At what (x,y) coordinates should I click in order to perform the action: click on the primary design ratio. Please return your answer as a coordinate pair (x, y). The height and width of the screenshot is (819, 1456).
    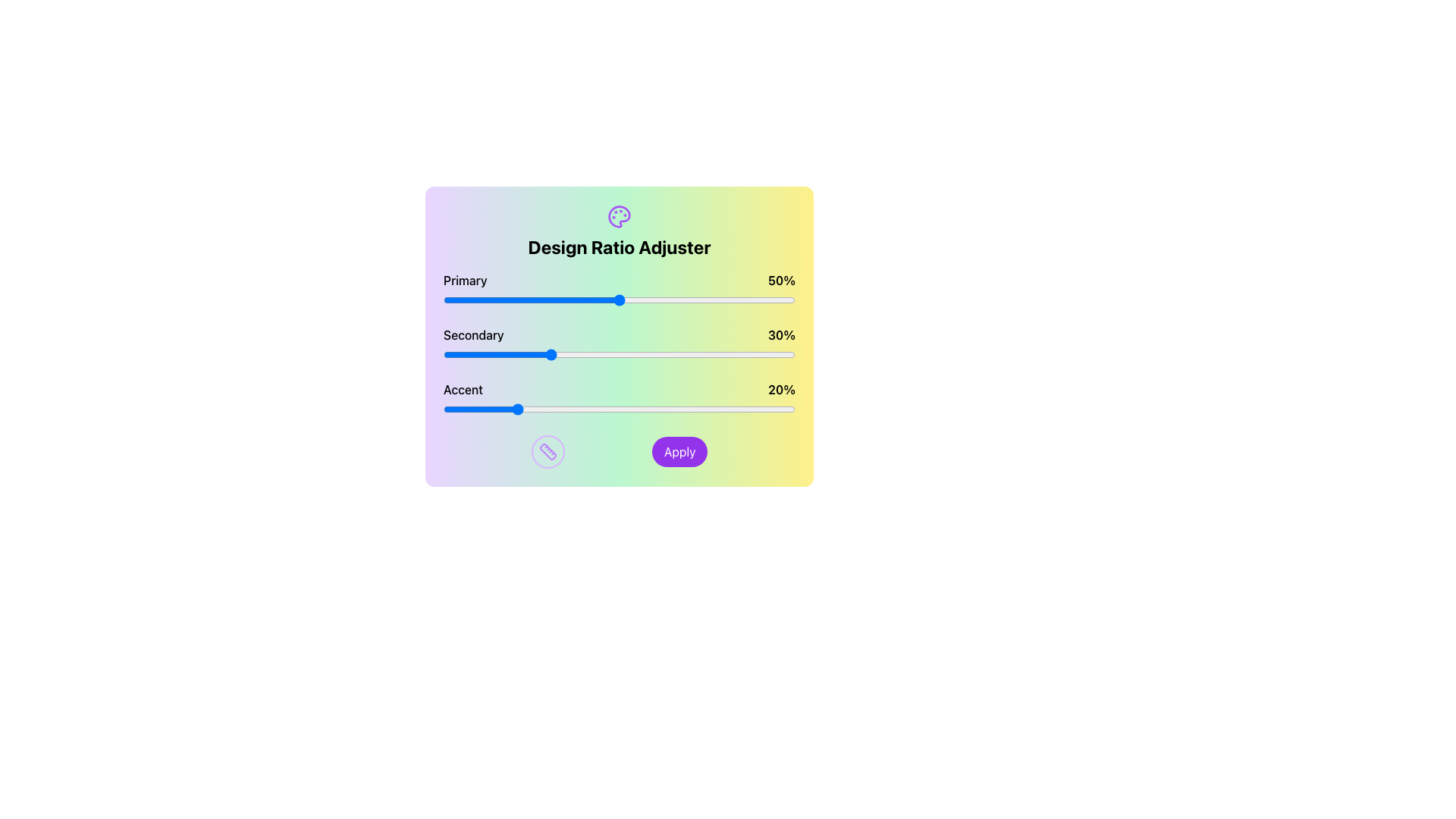
    Looking at the image, I should click on (555, 300).